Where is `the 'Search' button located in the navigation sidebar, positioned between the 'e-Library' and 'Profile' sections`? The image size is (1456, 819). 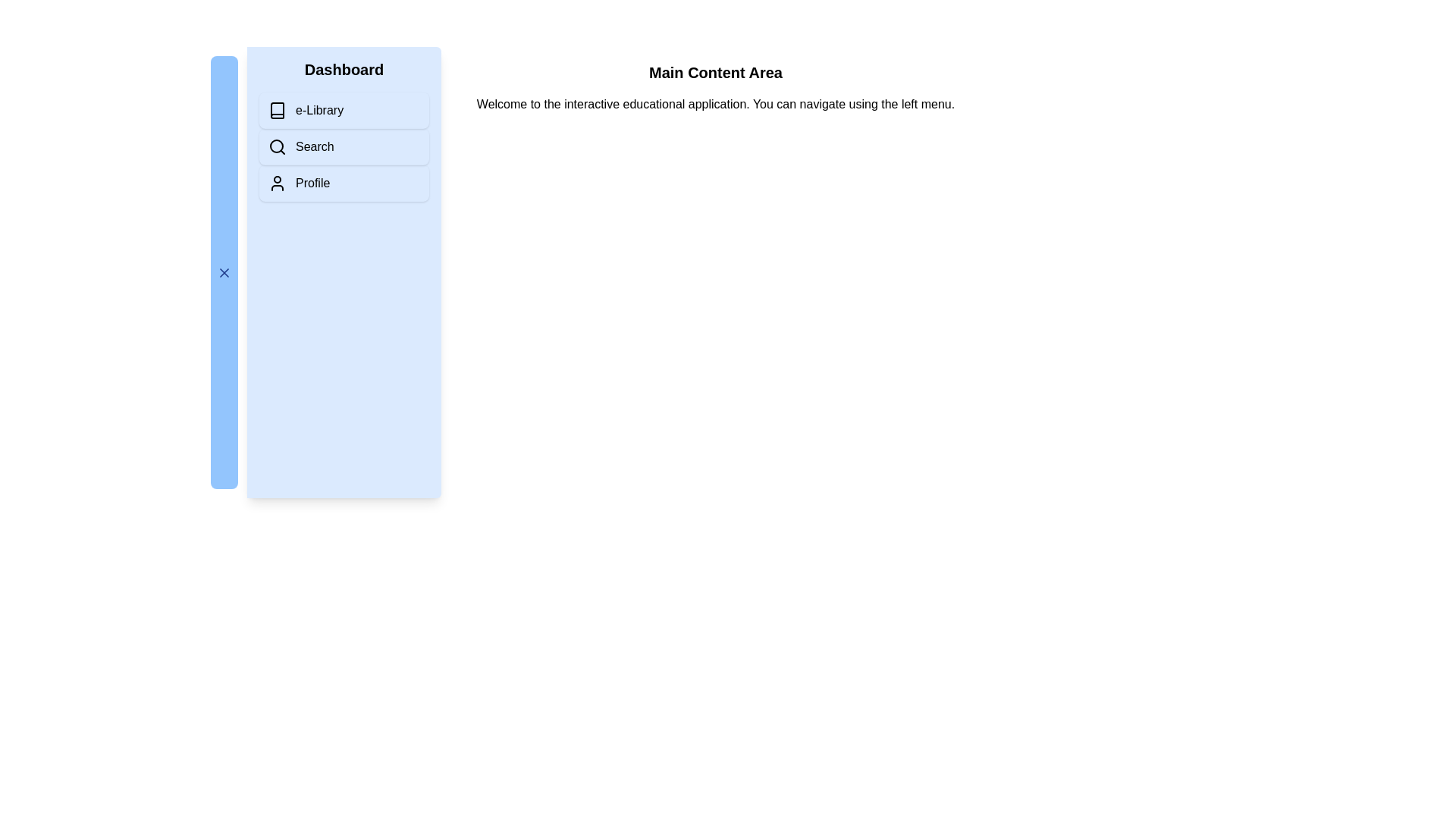
the 'Search' button located in the navigation sidebar, positioned between the 'e-Library' and 'Profile' sections is located at coordinates (344, 146).